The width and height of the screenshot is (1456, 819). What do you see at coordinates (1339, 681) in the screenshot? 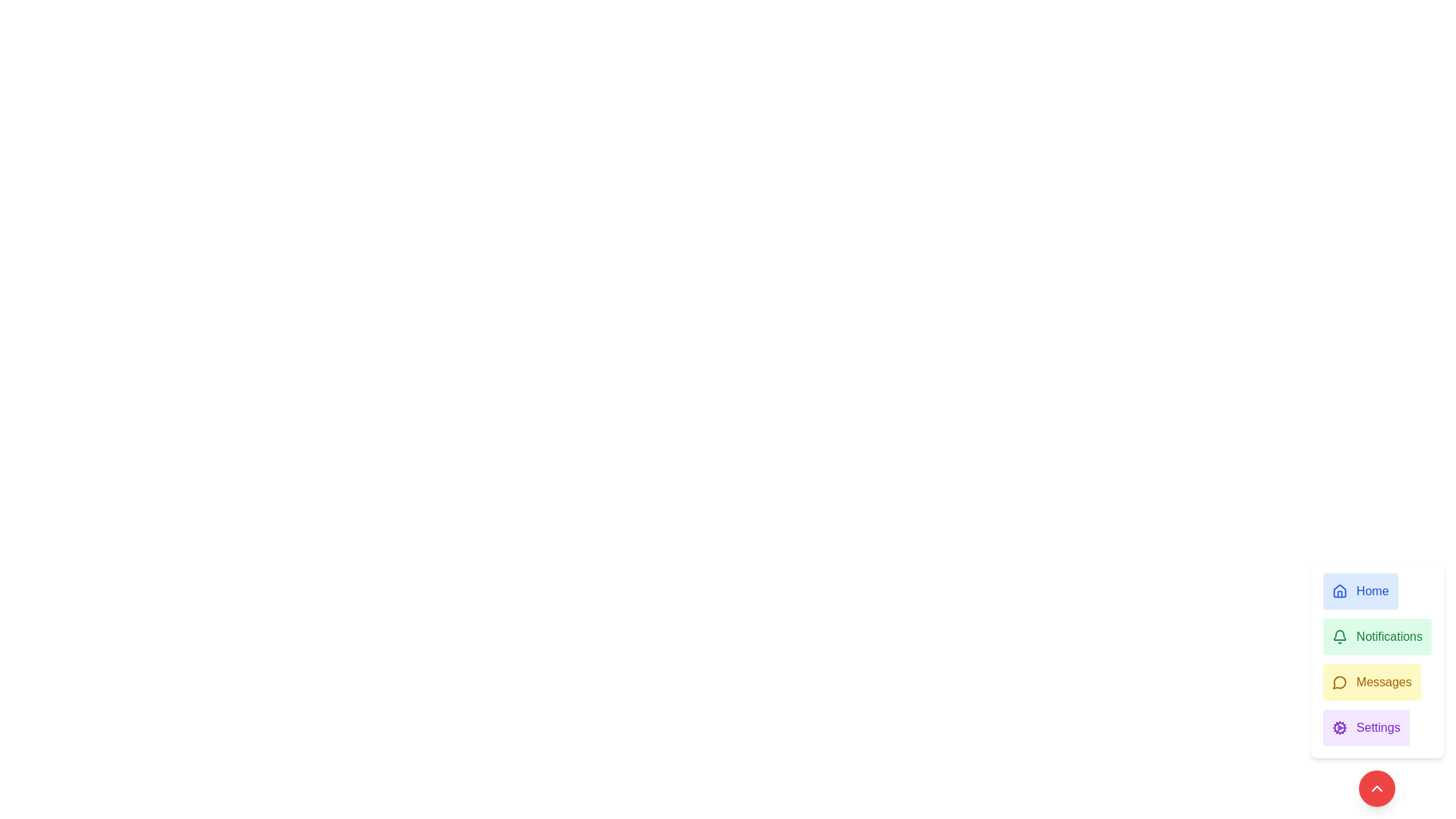
I see `the messaging icon resembling a speech bubble with a tail, located` at bounding box center [1339, 681].